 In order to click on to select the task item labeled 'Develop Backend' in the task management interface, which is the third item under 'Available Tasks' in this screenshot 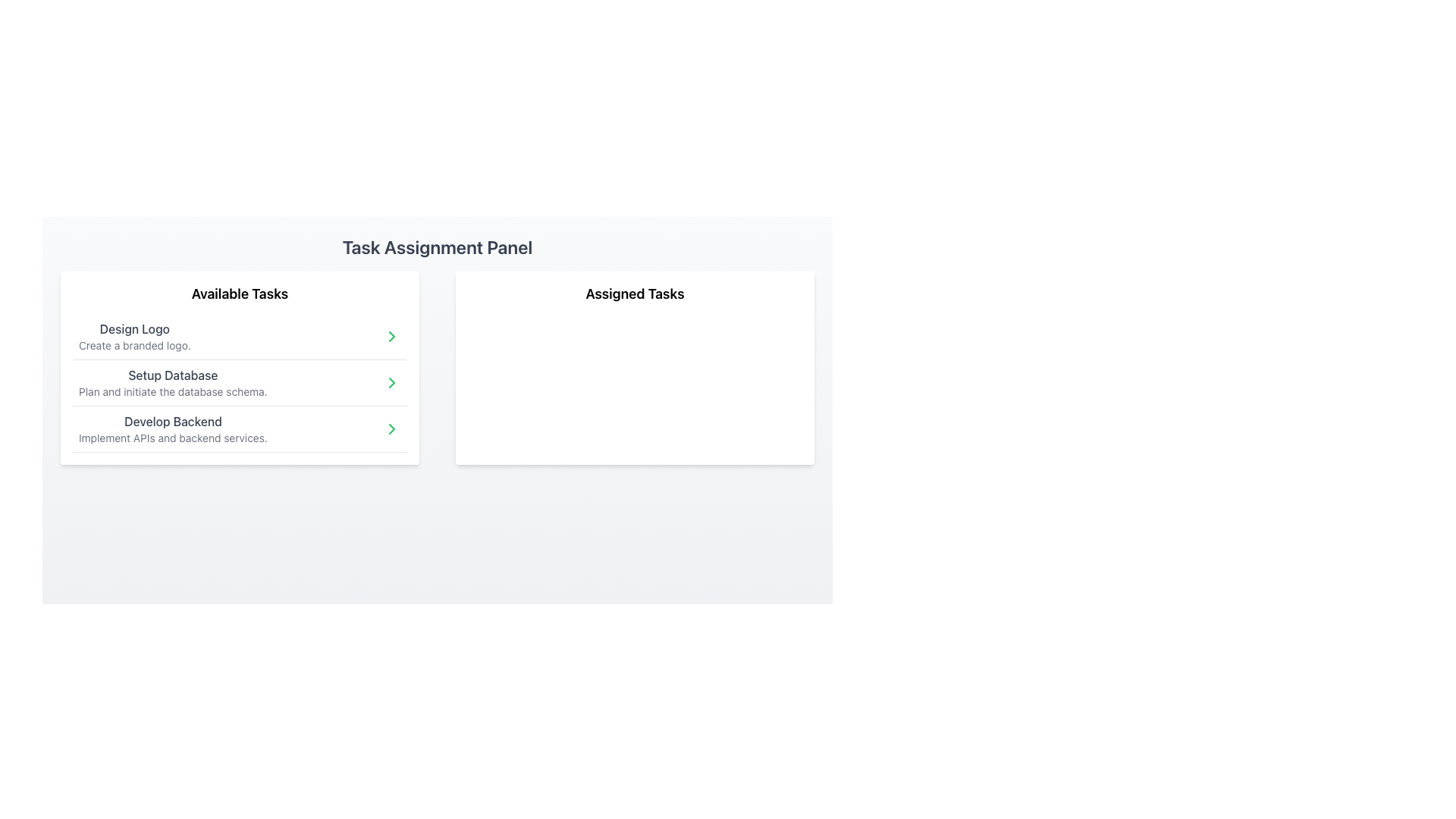, I will do `click(239, 429)`.